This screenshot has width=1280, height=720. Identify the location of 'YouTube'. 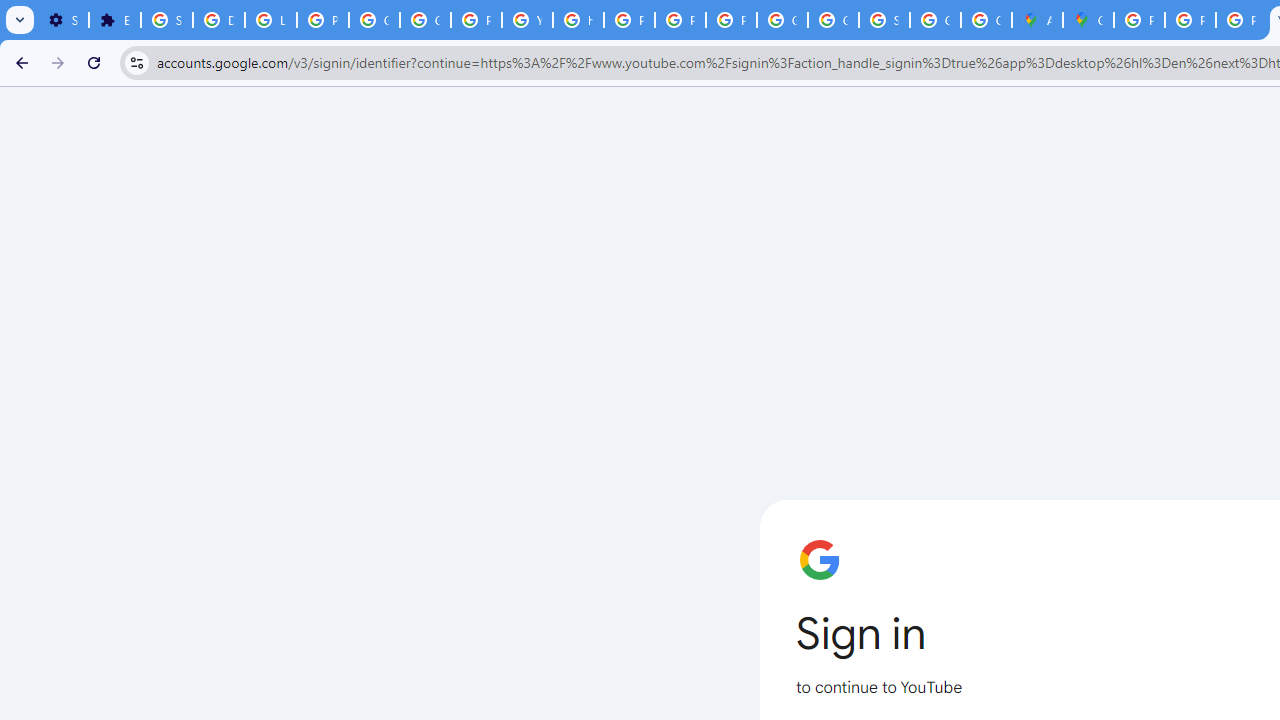
(527, 20).